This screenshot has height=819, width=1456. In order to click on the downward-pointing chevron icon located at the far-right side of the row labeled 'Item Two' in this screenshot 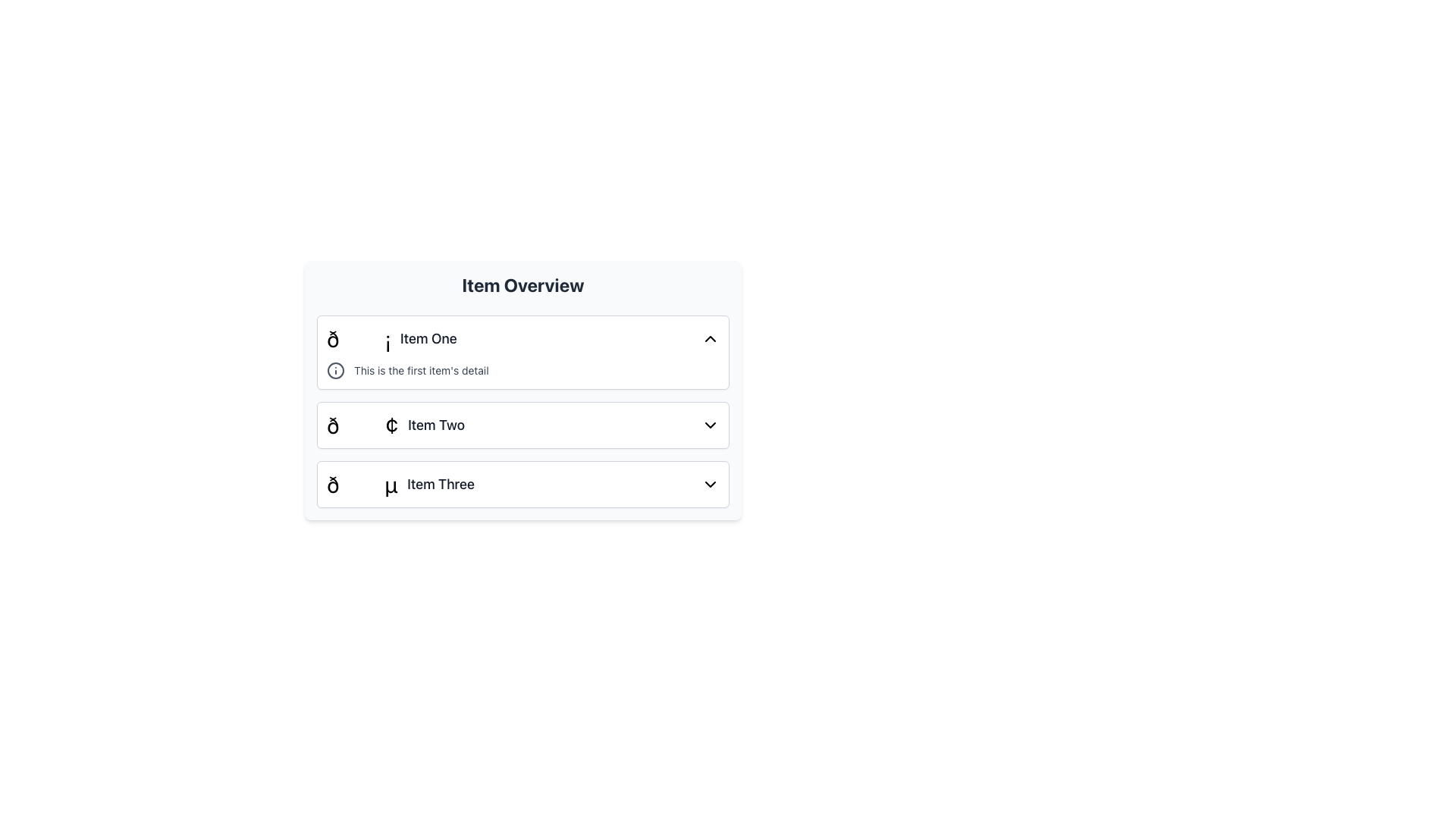, I will do `click(709, 425)`.